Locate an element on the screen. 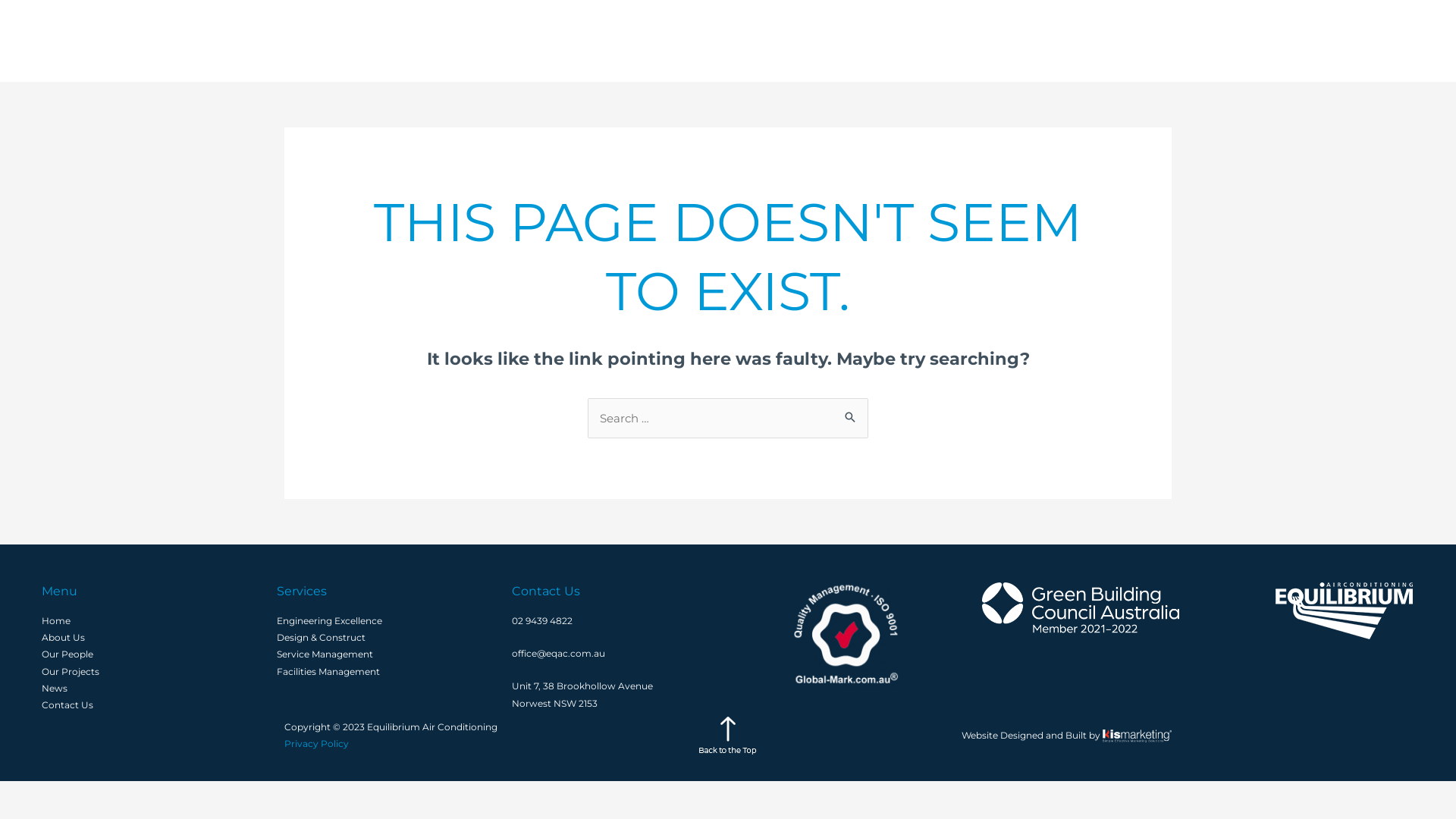  'Engineering Excellence' is located at coordinates (328, 620).